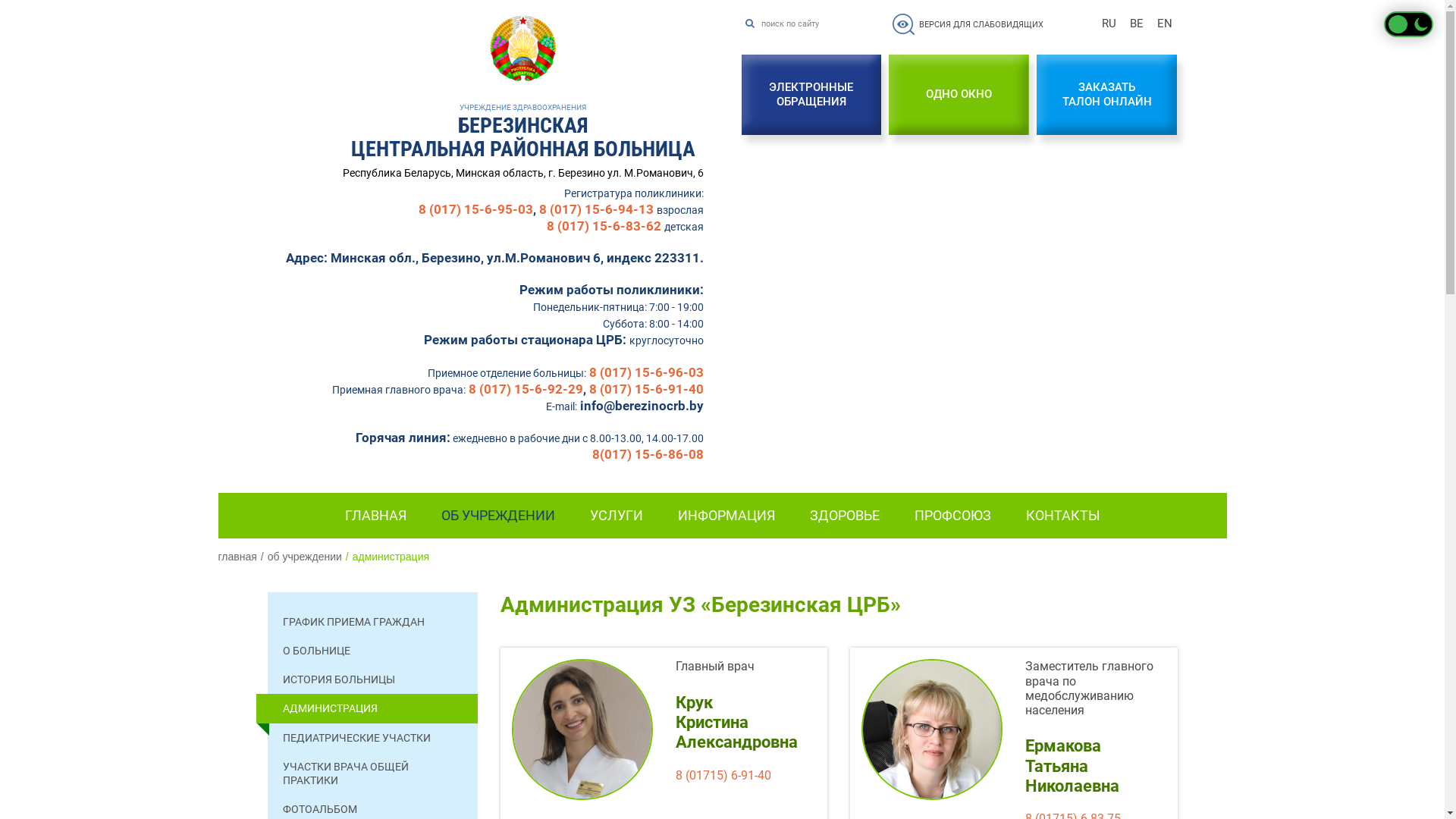 Image resolution: width=1456 pixels, height=819 pixels. I want to click on '8(017) 15-6-86-08', so click(590, 453).